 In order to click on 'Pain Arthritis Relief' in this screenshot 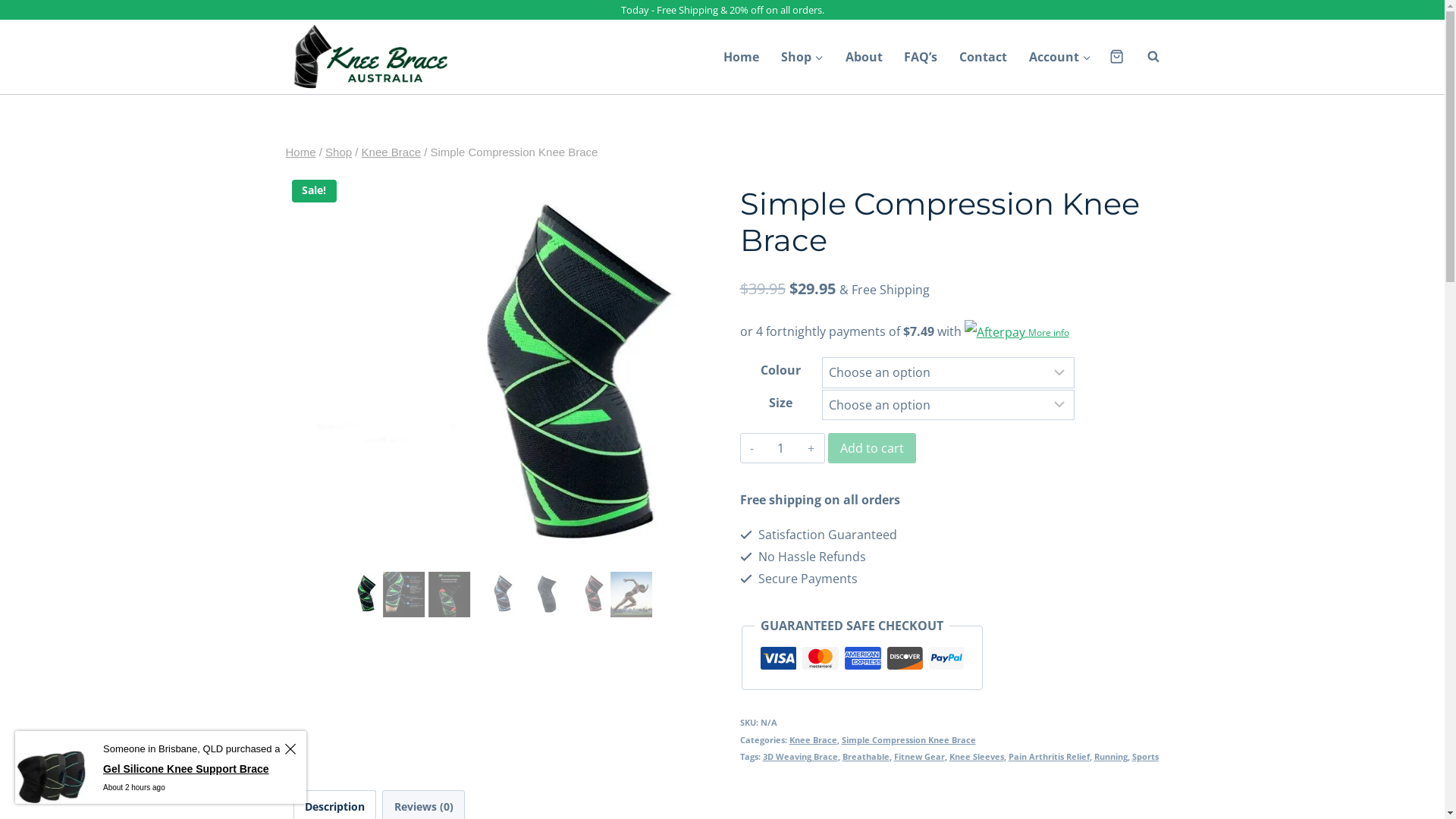, I will do `click(1048, 756)`.